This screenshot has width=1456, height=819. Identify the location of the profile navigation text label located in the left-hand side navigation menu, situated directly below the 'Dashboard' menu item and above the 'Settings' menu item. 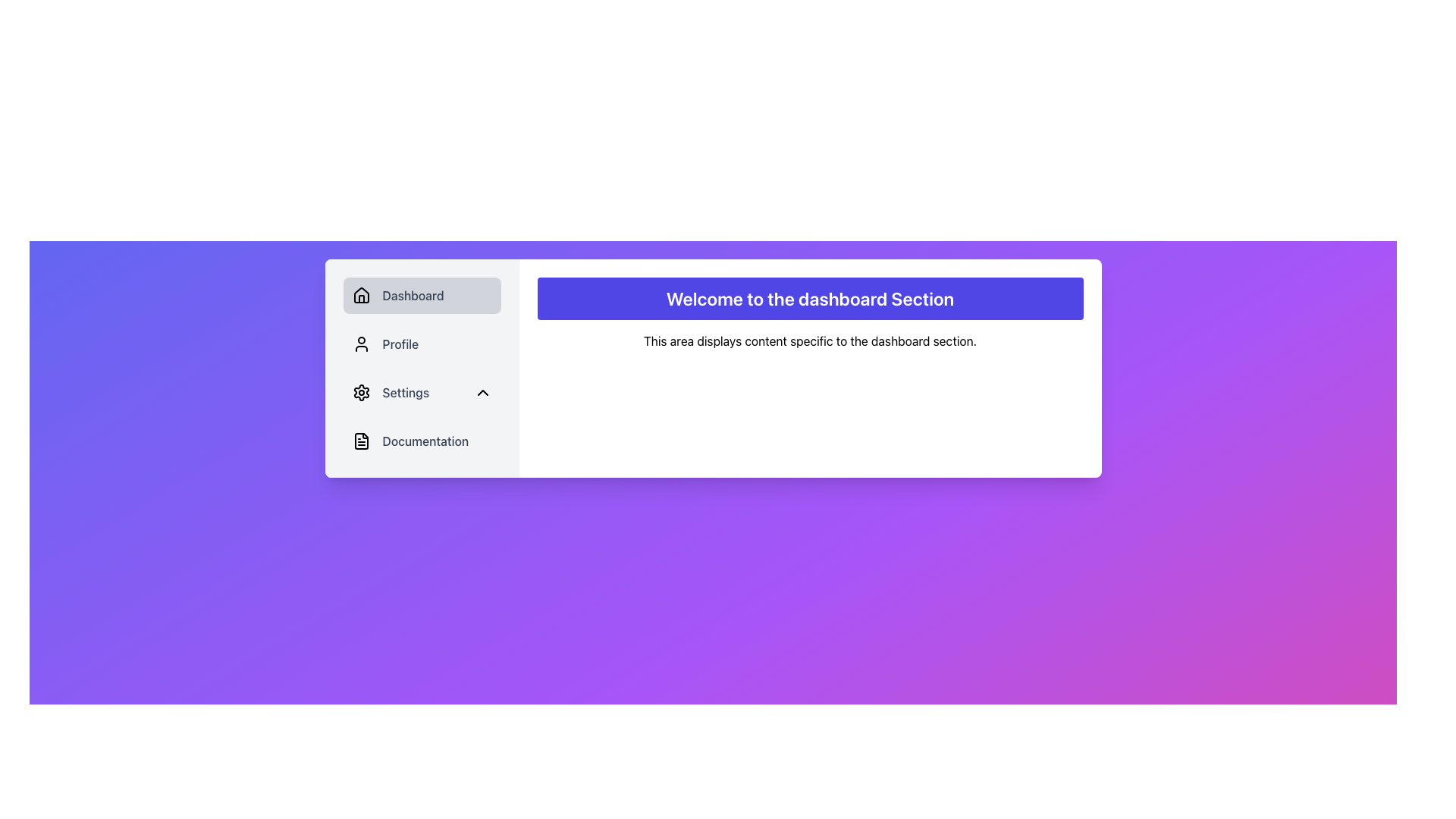
(400, 344).